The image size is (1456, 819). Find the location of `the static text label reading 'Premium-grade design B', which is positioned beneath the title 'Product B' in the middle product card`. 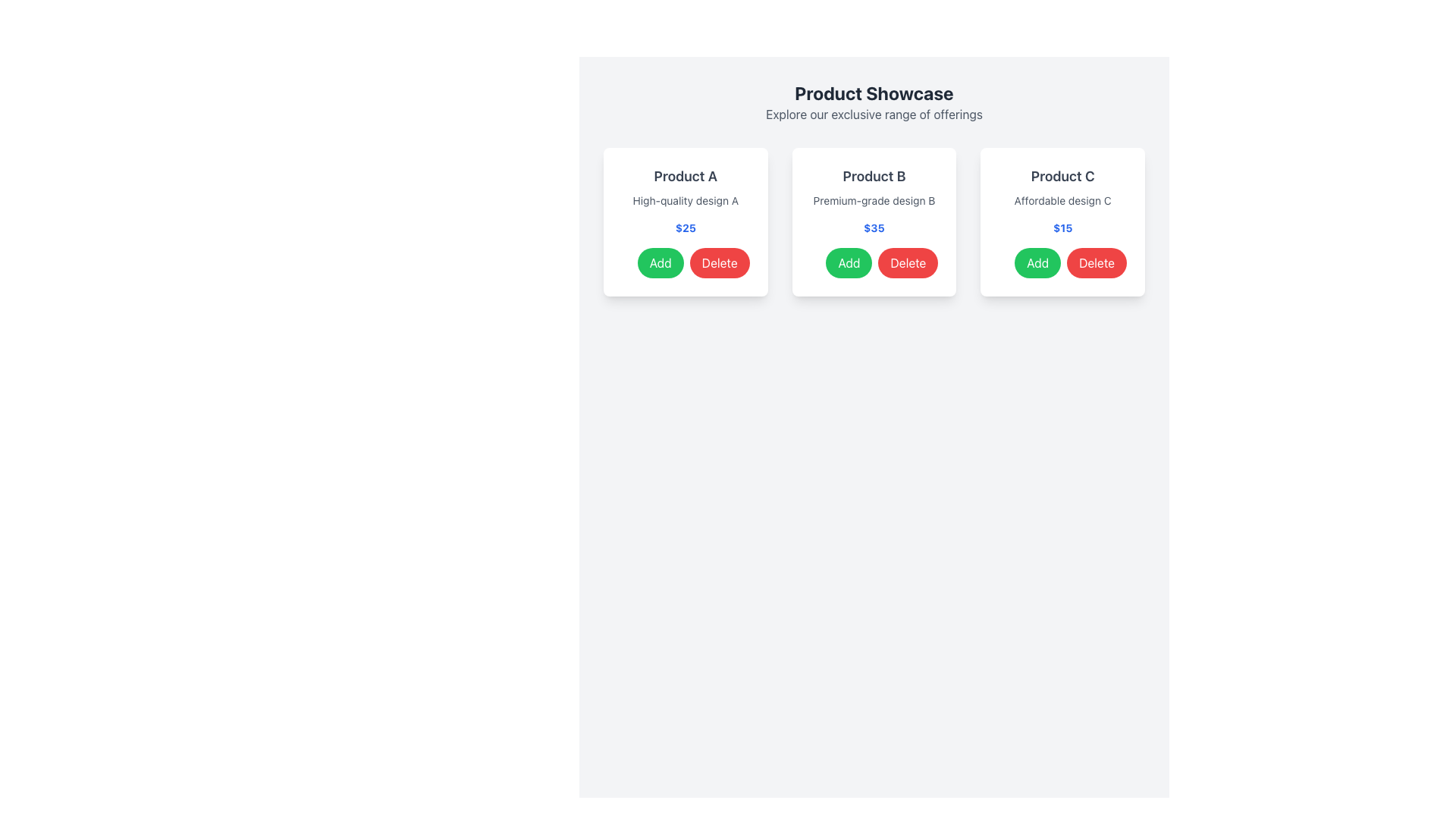

the static text label reading 'Premium-grade design B', which is positioned beneath the title 'Product B' in the middle product card is located at coordinates (874, 200).